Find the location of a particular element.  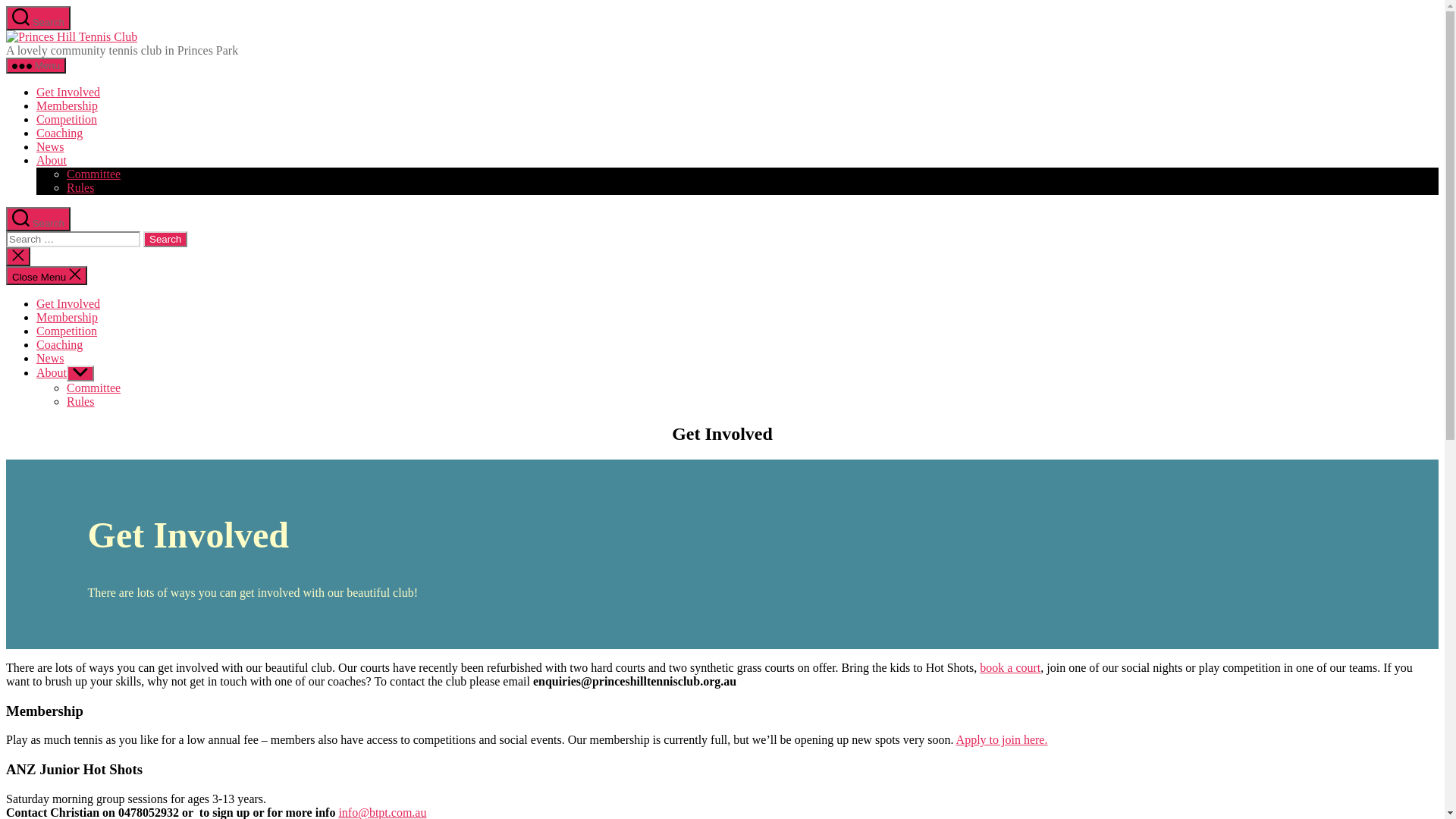

'Committee' is located at coordinates (93, 387).